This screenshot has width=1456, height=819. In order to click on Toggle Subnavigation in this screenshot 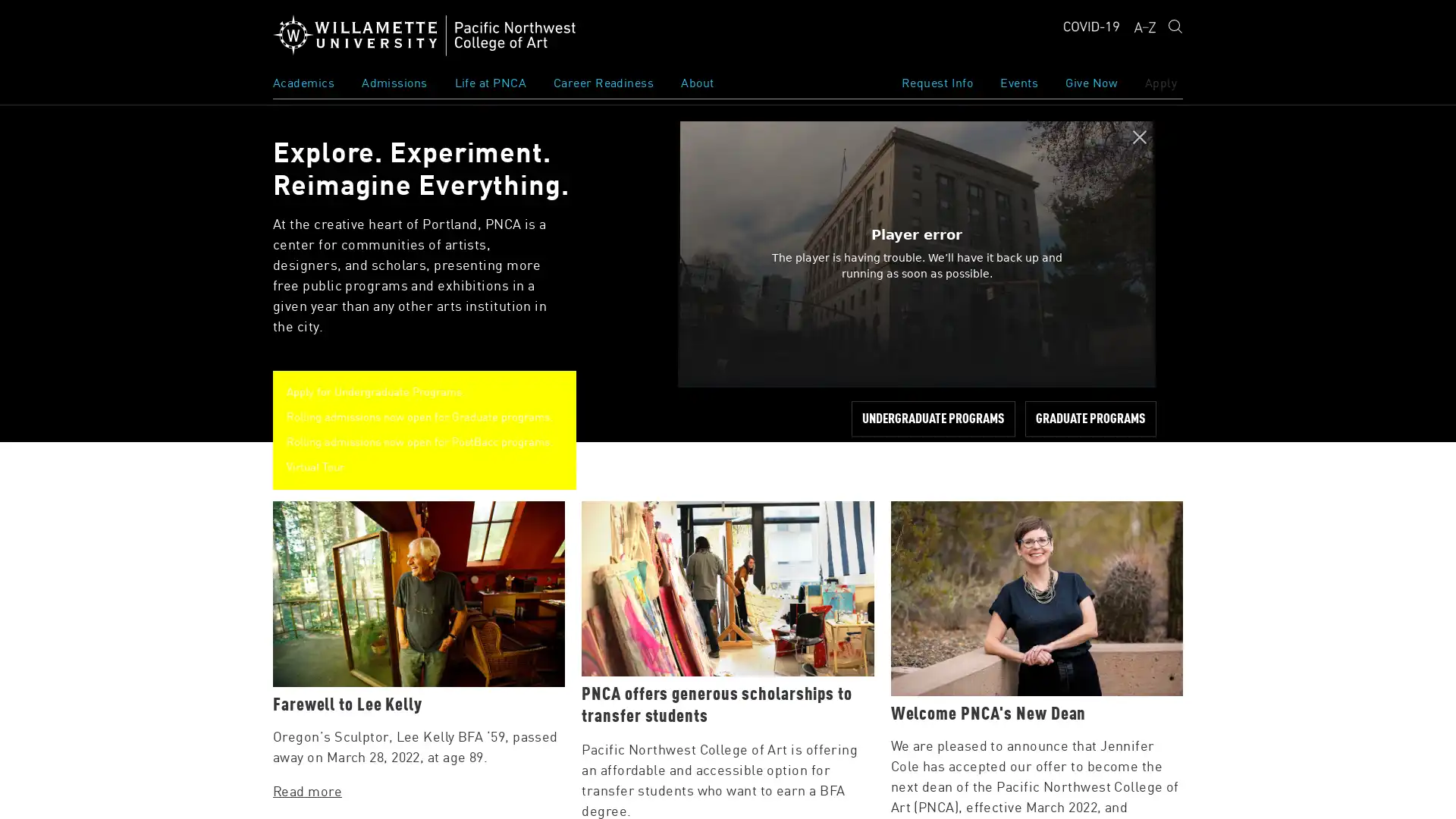, I will do `click(698, 85)`.